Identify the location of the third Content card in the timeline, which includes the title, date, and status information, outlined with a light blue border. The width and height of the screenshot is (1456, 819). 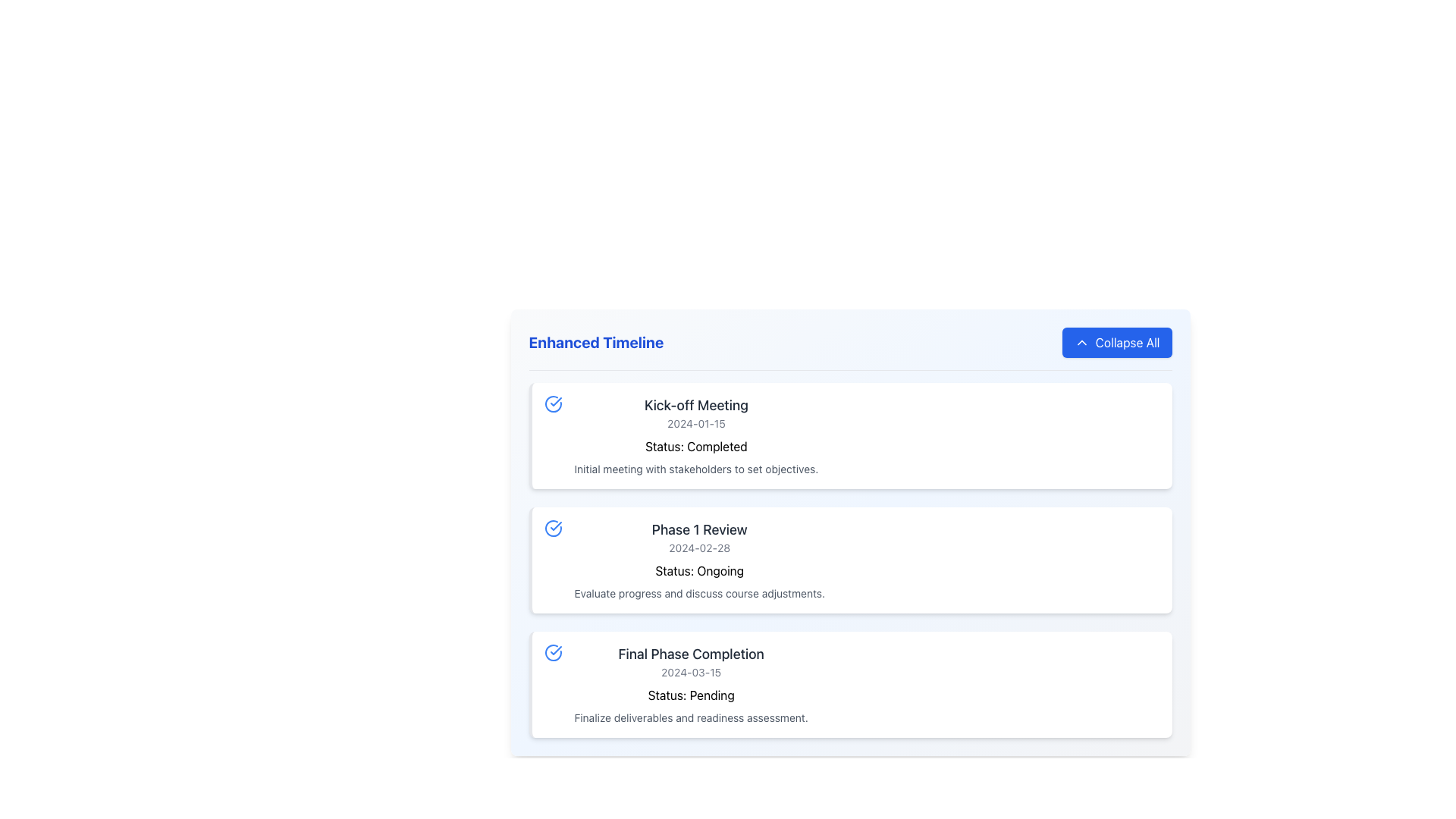
(690, 684).